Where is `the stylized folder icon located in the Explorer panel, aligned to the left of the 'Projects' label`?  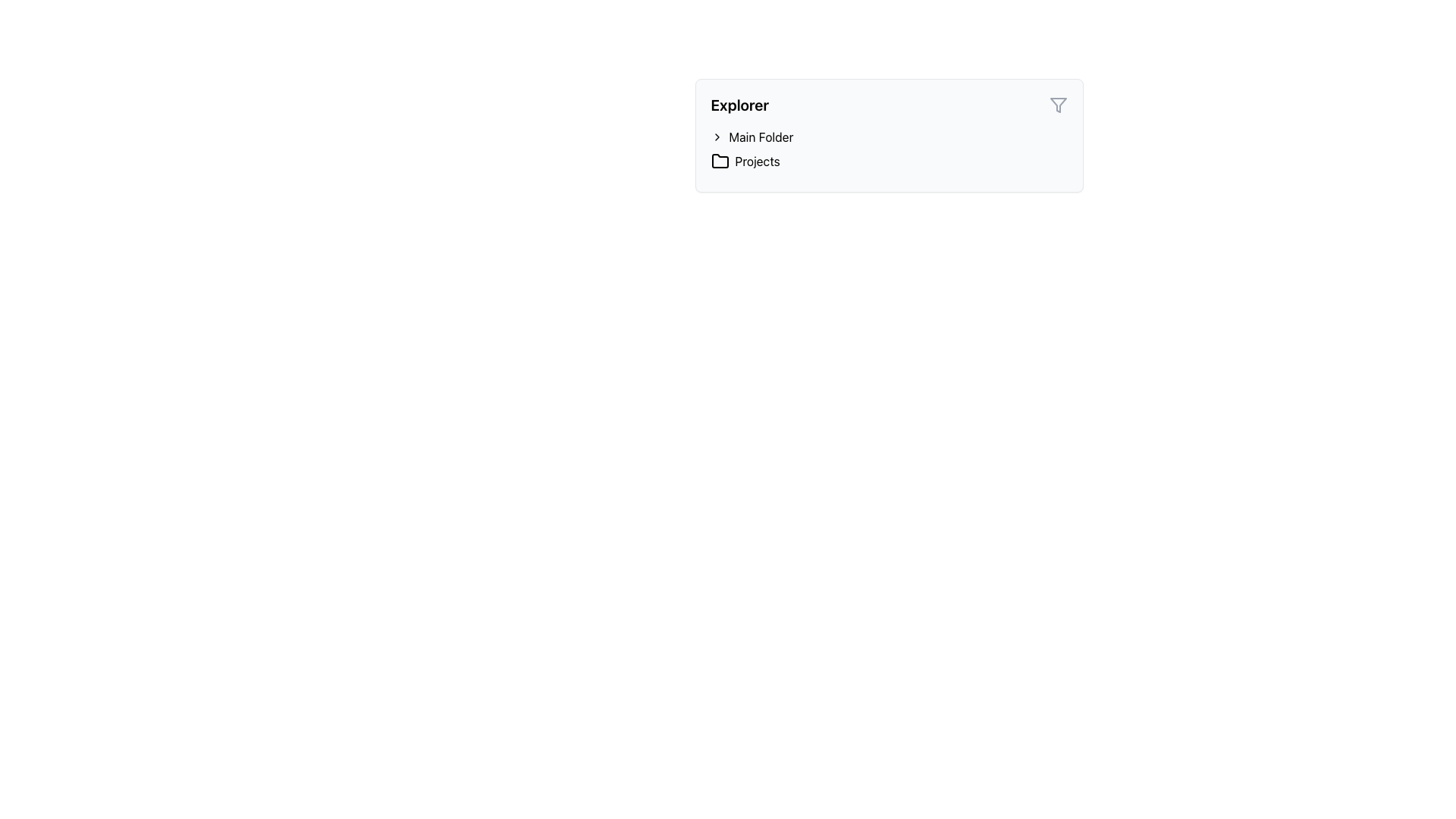
the stylized folder icon located in the Explorer panel, aligned to the left of the 'Projects' label is located at coordinates (719, 161).